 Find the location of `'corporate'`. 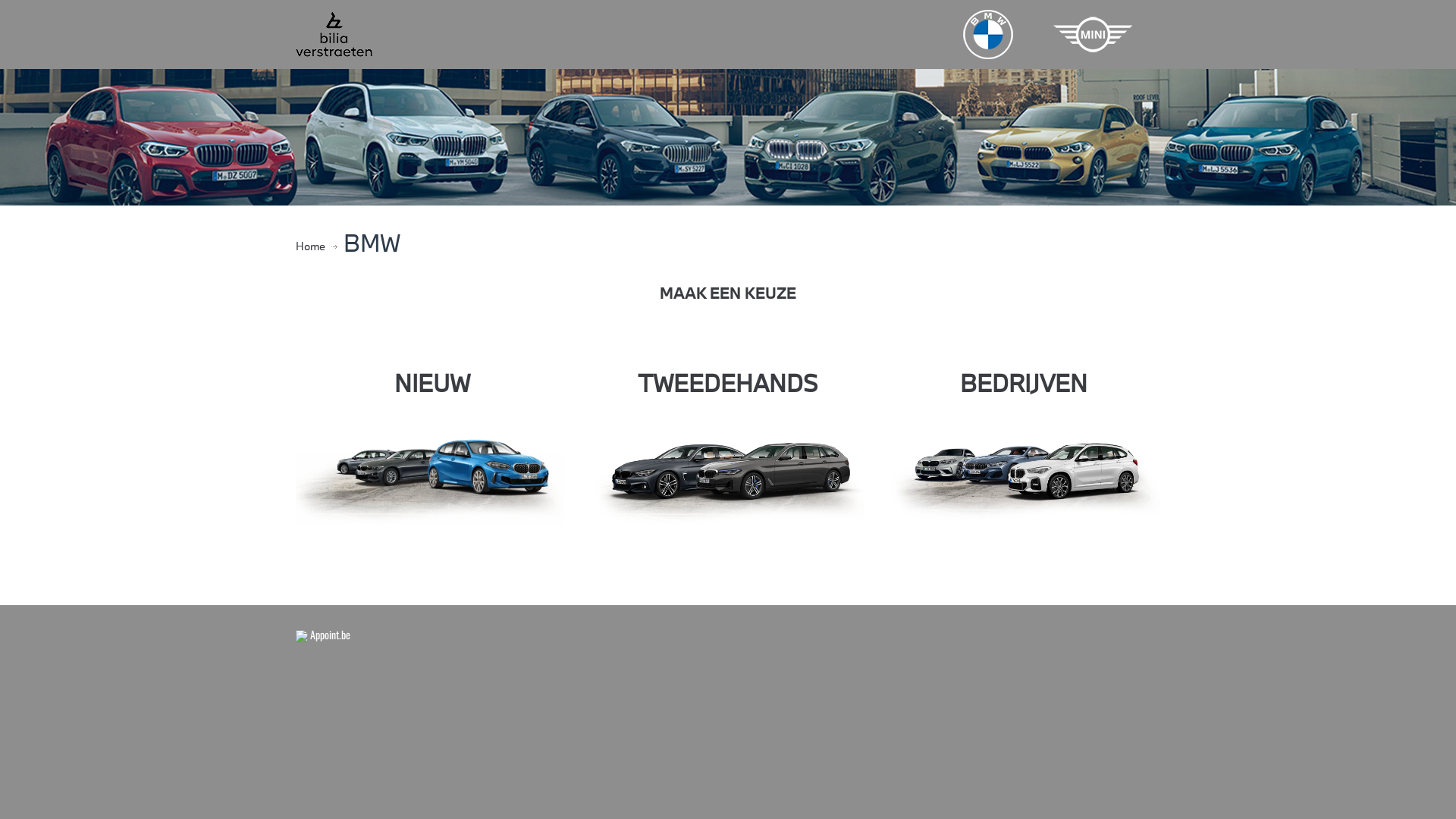

'corporate' is located at coordinates (1023, 467).